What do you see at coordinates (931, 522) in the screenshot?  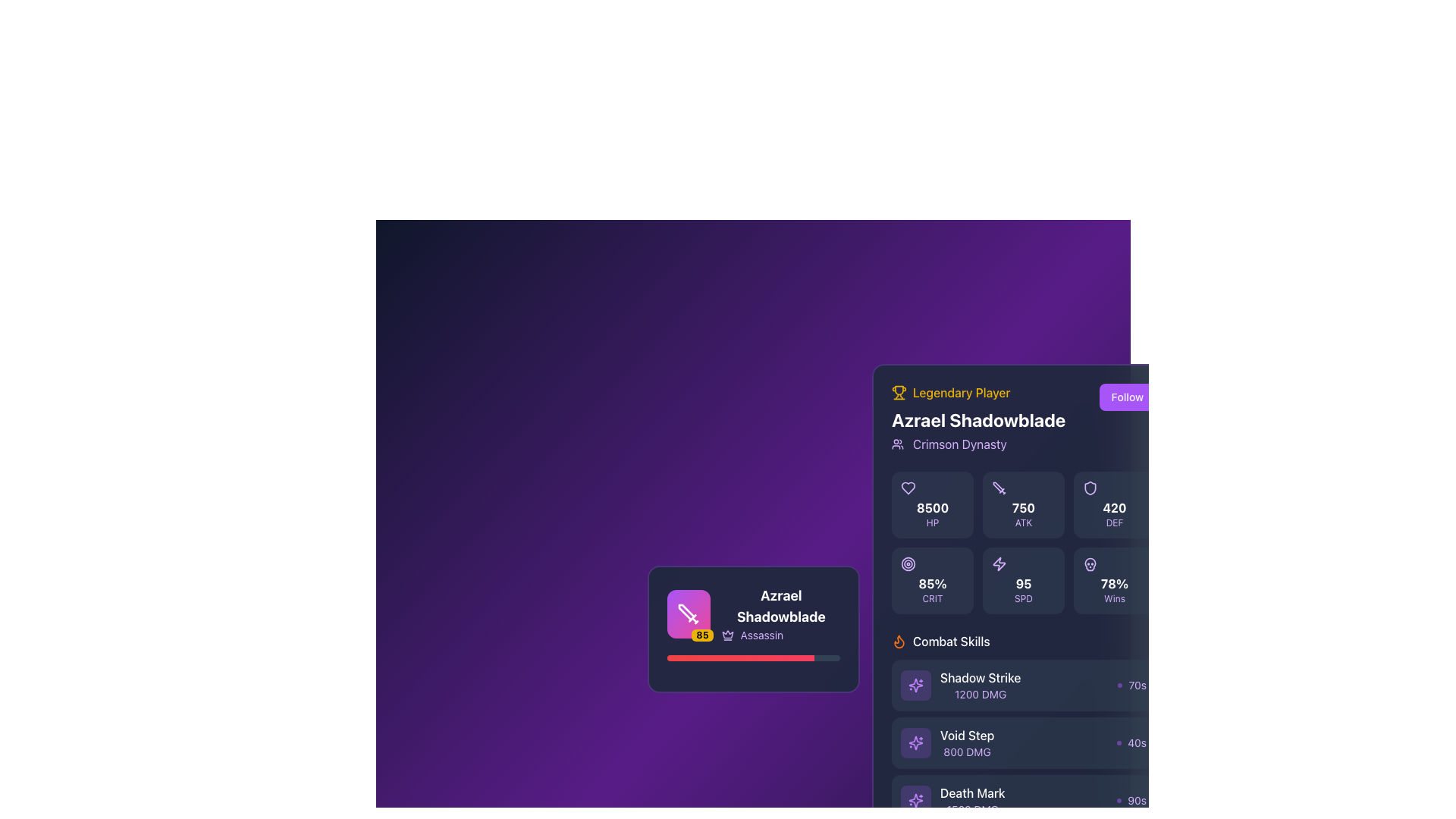 I see `the static text label displaying 'HP' in a small, purple, bold font, which is positioned beneath the numerical value of 8500` at bounding box center [931, 522].